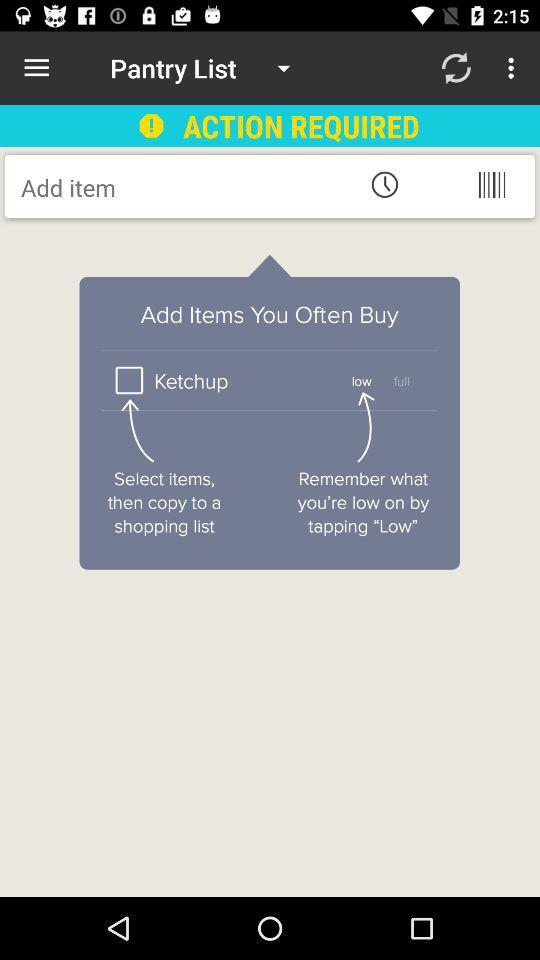 The image size is (540, 960). Describe the element at coordinates (181, 187) in the screenshot. I see `item` at that location.